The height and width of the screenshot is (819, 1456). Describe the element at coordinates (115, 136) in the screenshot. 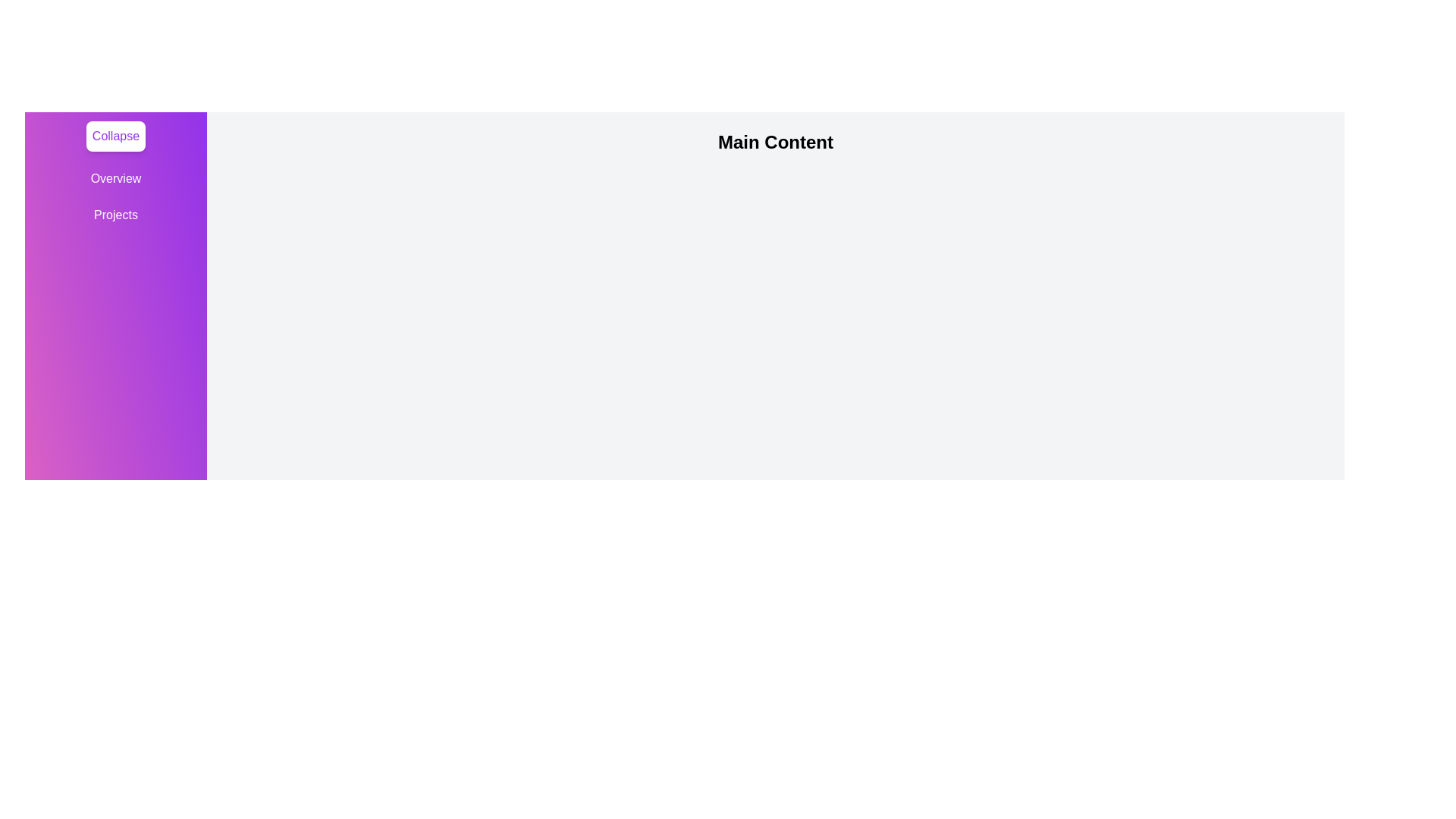

I see `the button labeled 'Collapse' to toggle the drawer visibility` at that location.